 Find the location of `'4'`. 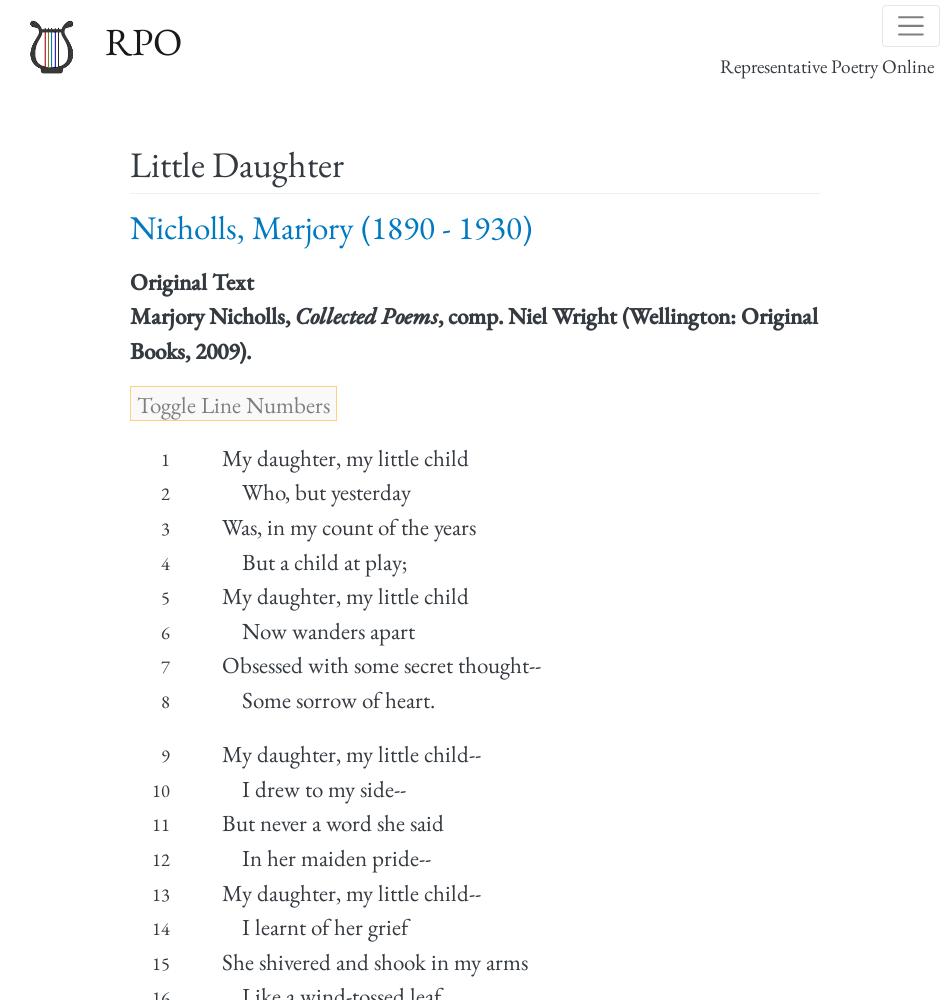

'4' is located at coordinates (165, 562).